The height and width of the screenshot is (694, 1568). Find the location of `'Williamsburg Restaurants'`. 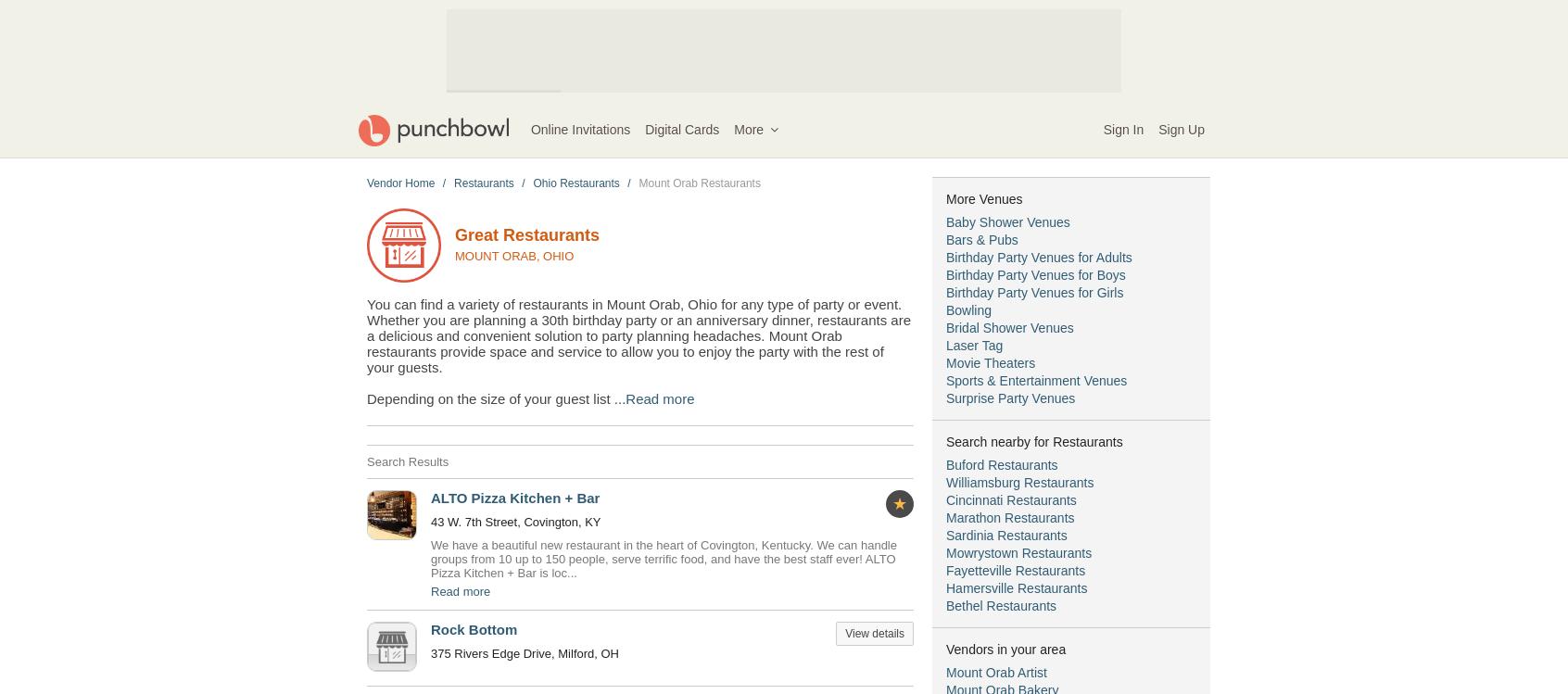

'Williamsburg Restaurants' is located at coordinates (1019, 482).